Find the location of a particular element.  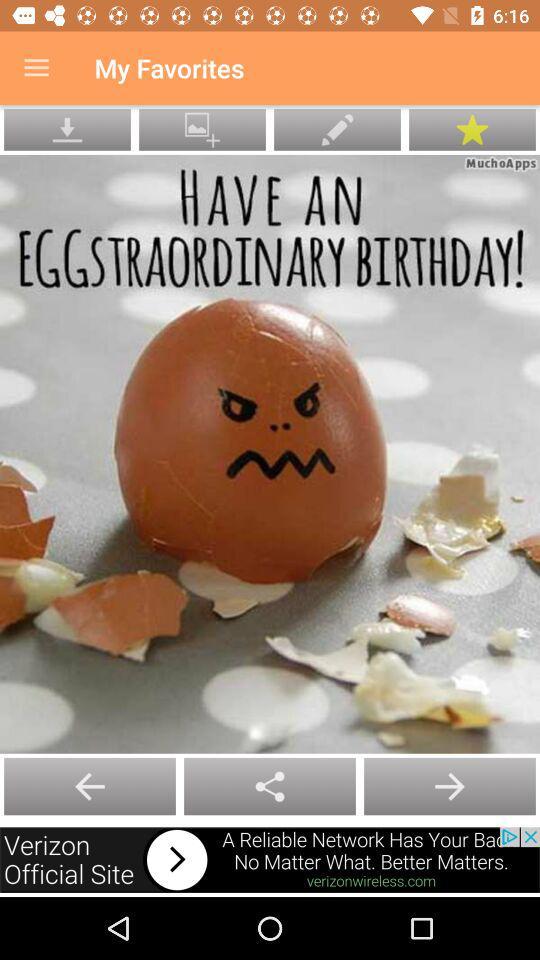

advertisement is located at coordinates (270, 859).